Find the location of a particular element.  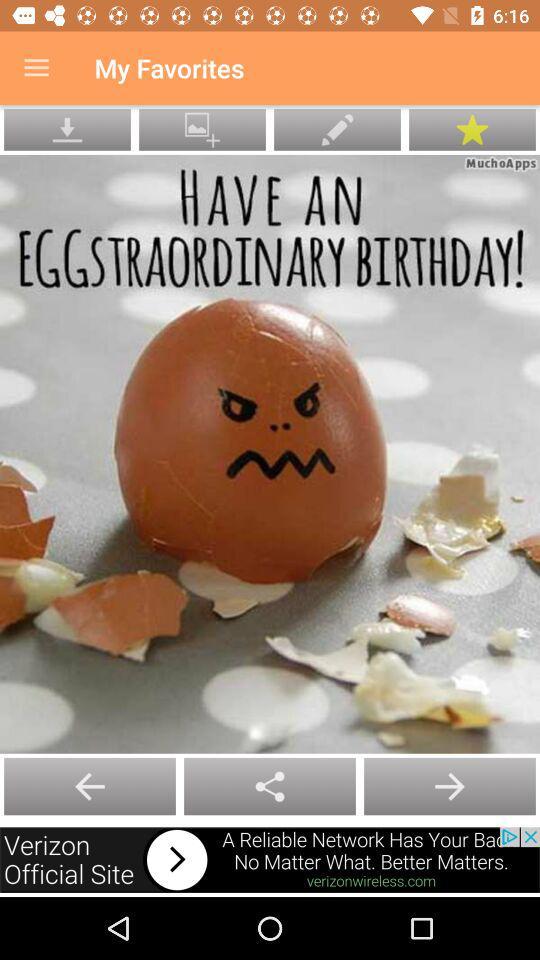

advertisement is located at coordinates (270, 859).